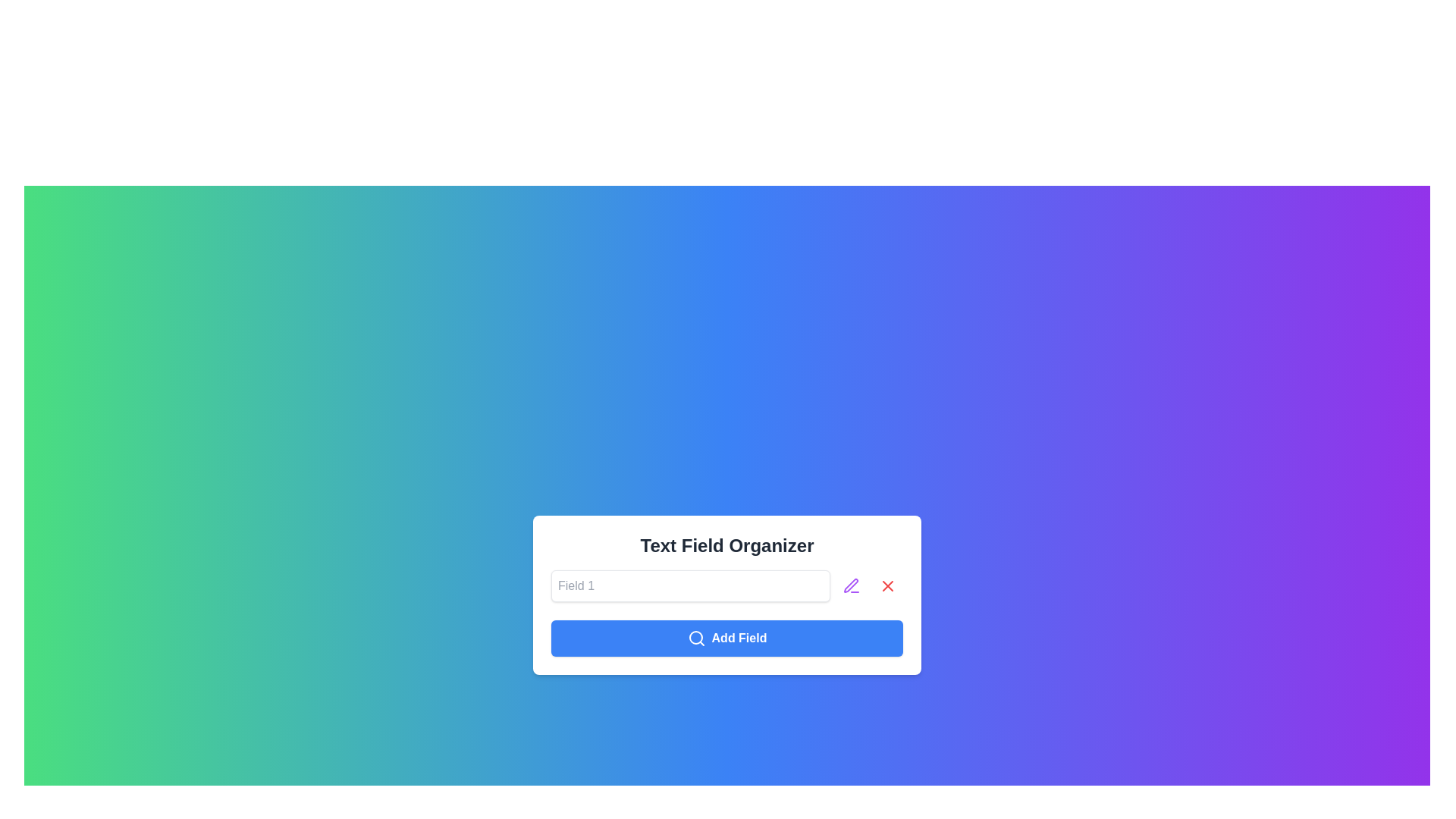 Image resolution: width=1456 pixels, height=819 pixels. What do you see at coordinates (852, 585) in the screenshot?
I see `the pen icon located to the right of the 'Field 1' text input, which is used for editing or modifying the associated content` at bounding box center [852, 585].